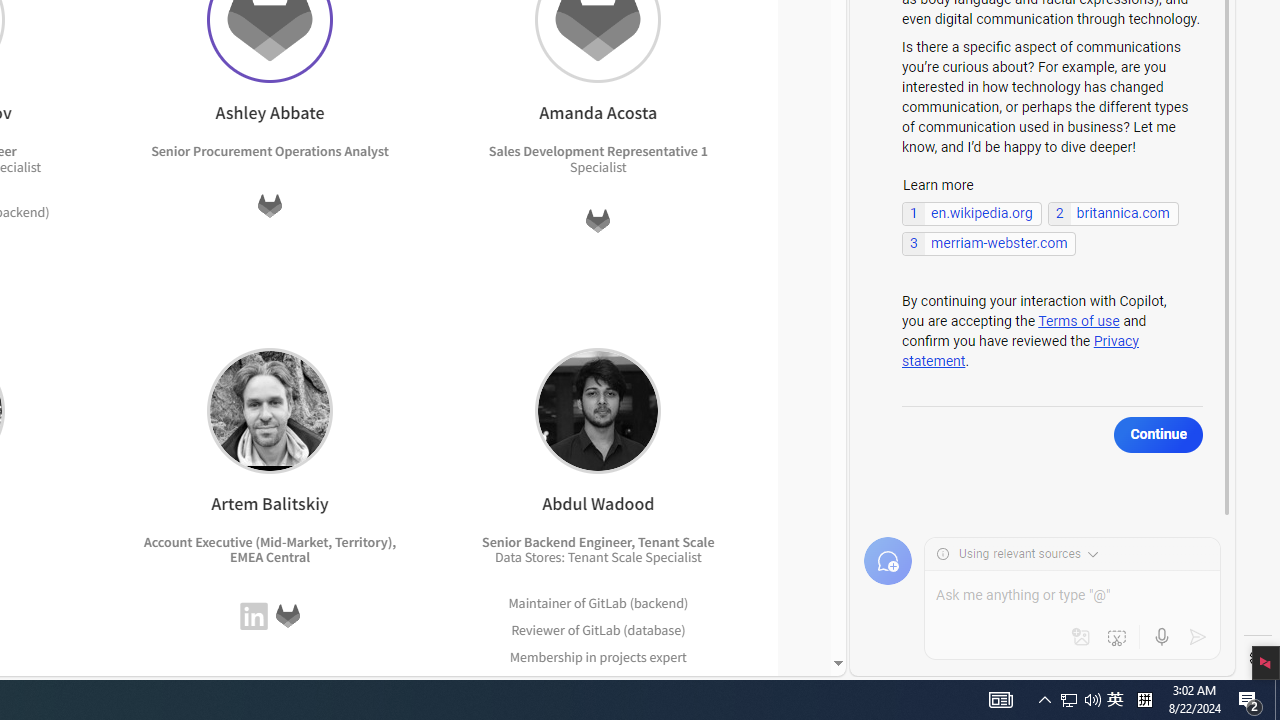 Image resolution: width=1280 pixels, height=720 pixels. What do you see at coordinates (577, 682) in the screenshot?
I see `'Membership in groups'` at bounding box center [577, 682].